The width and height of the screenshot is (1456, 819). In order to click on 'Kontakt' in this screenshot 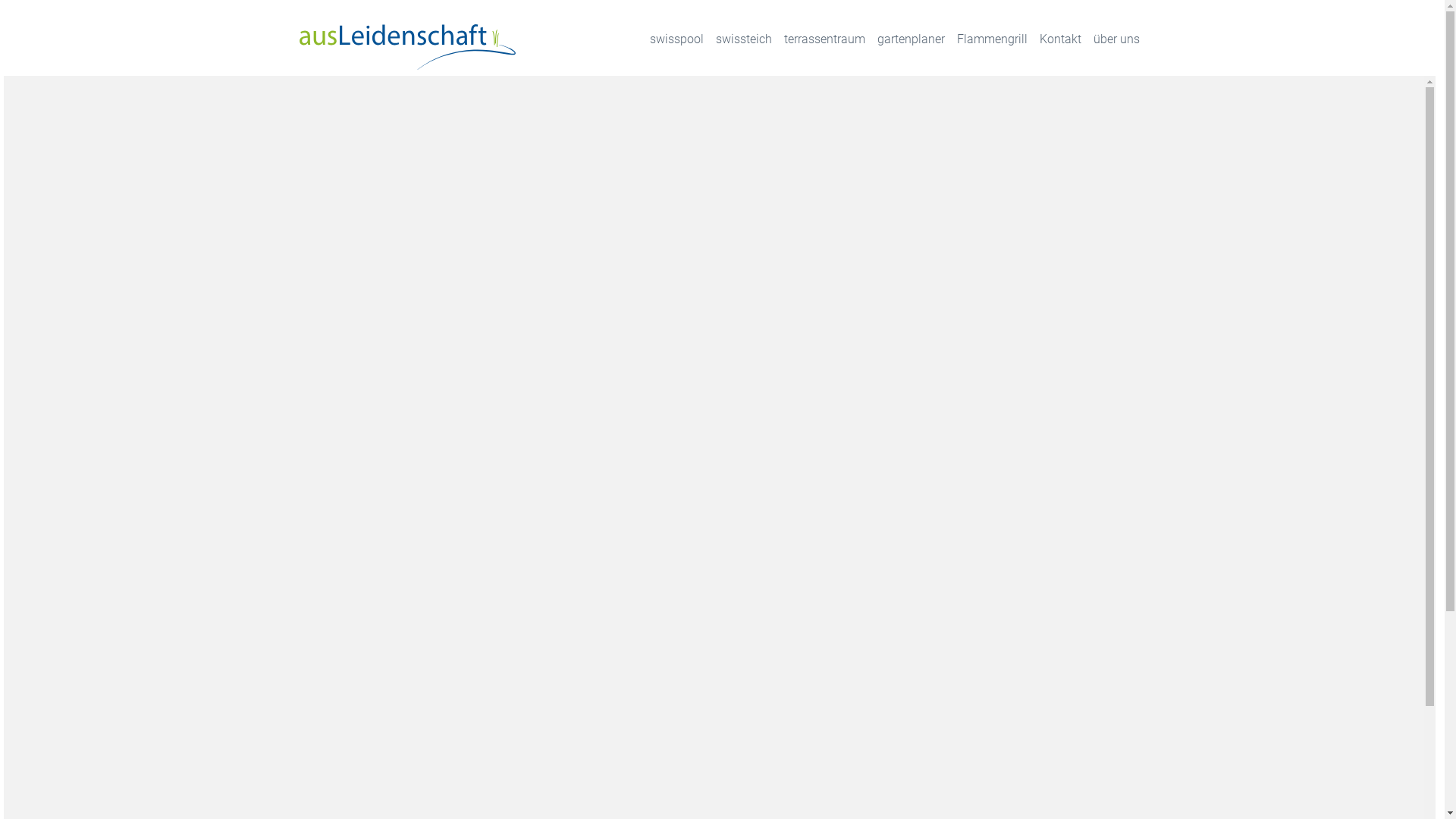, I will do `click(1059, 38)`.